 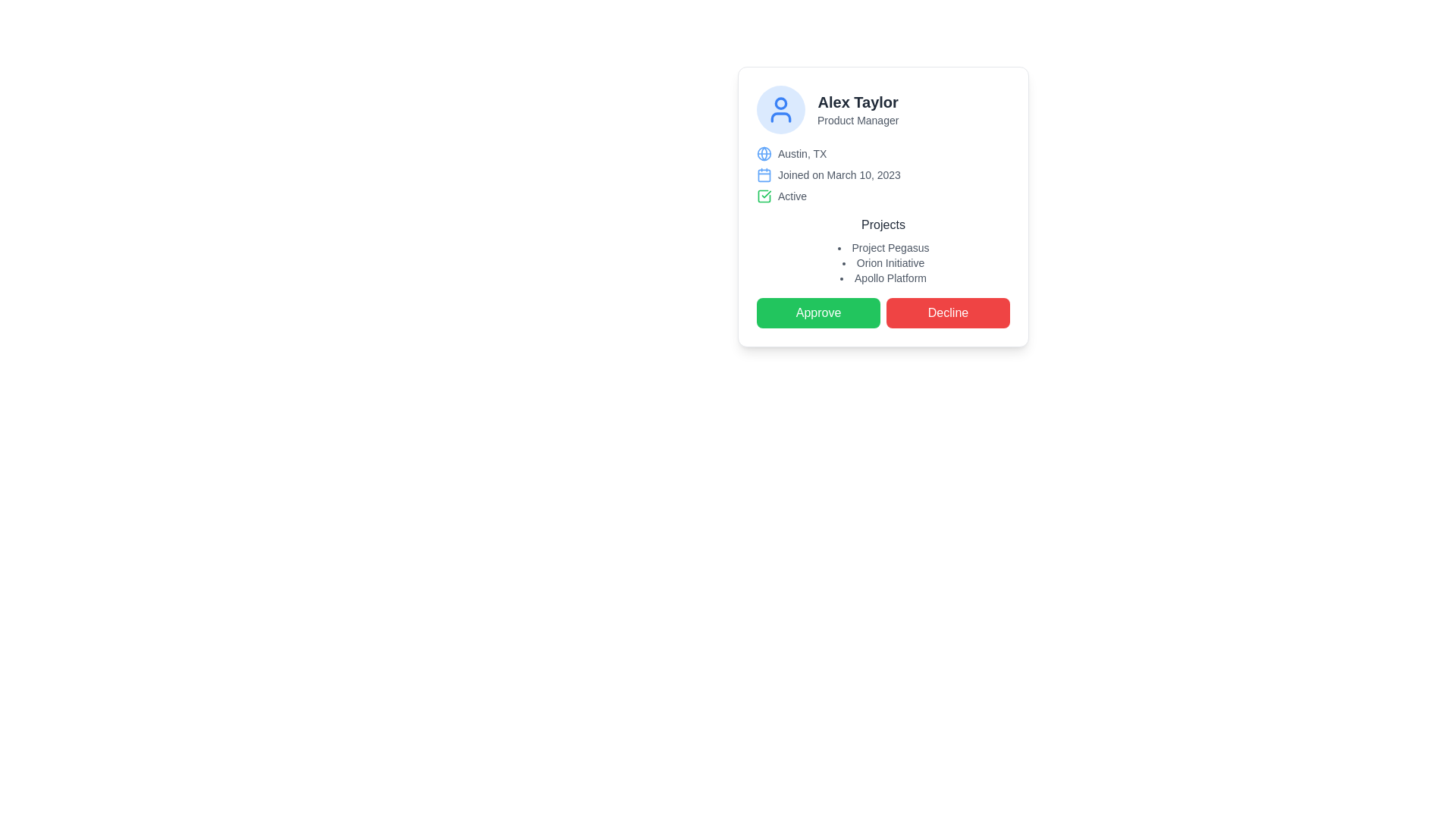 What do you see at coordinates (947, 312) in the screenshot?
I see `the 'Decline' button` at bounding box center [947, 312].